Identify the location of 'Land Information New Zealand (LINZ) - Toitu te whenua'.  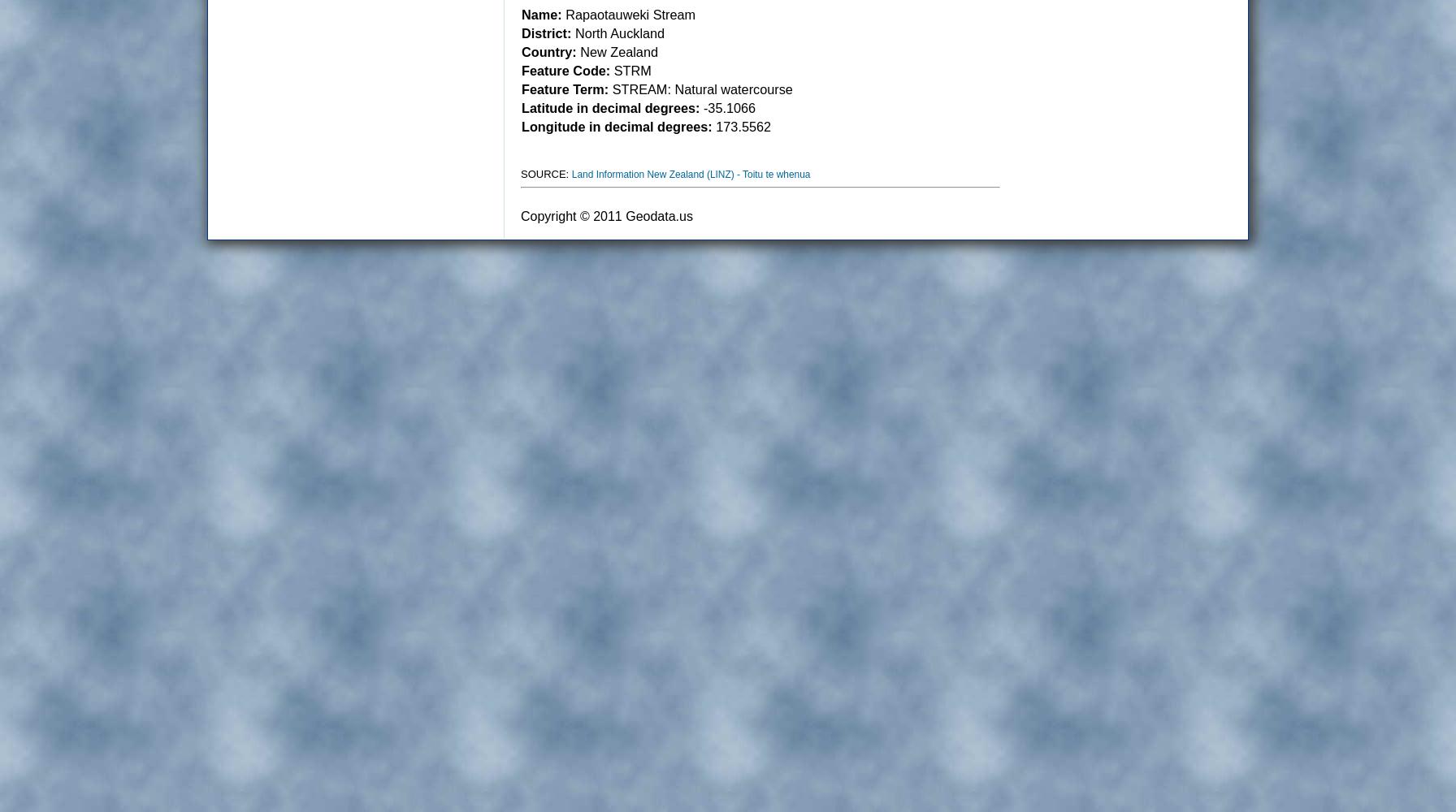
(571, 174).